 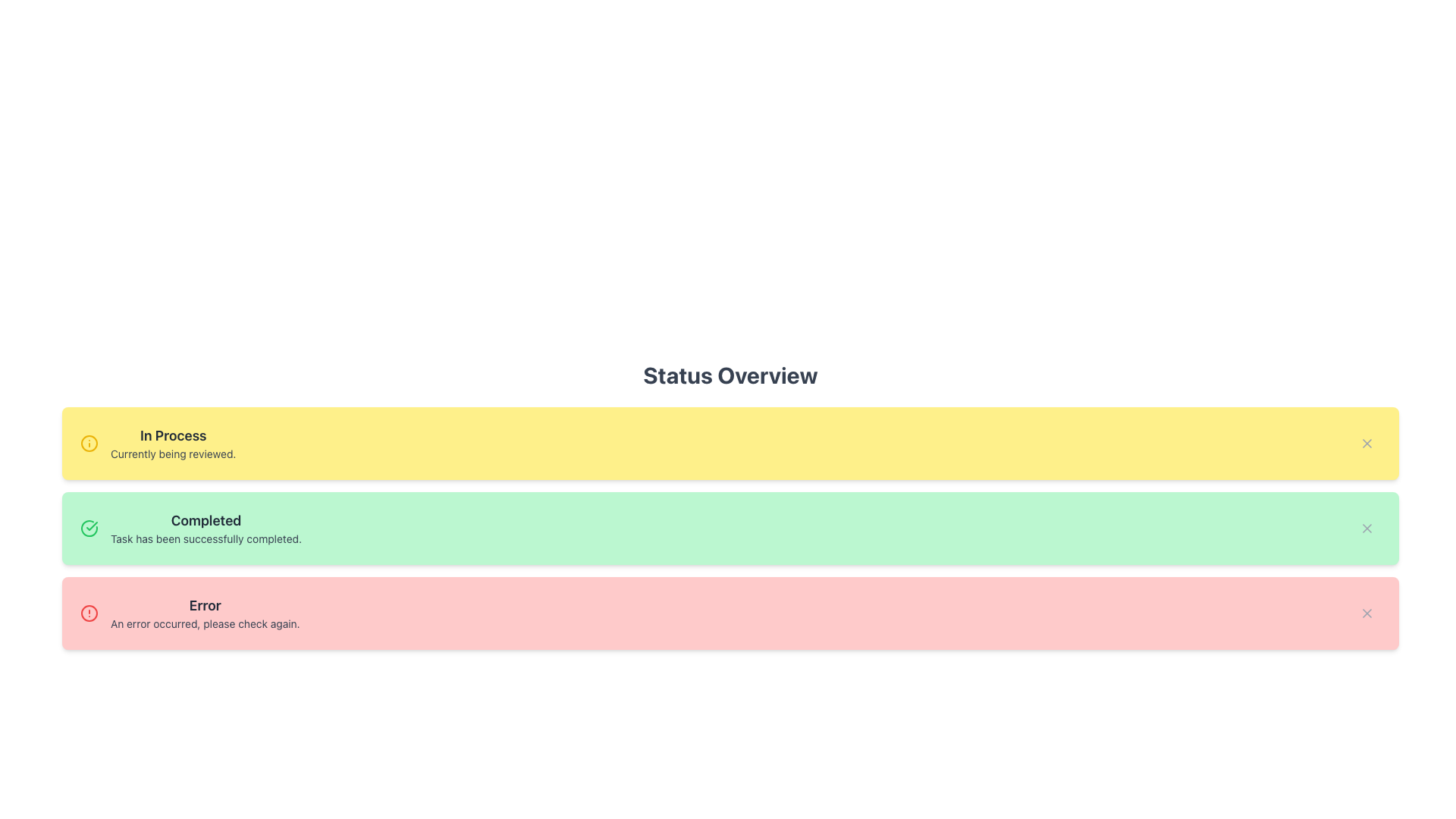 I want to click on the bold 'Error' text element located at the top of the red alert box, which provides an indication of an error with additional descriptive text below it, so click(x=204, y=604).